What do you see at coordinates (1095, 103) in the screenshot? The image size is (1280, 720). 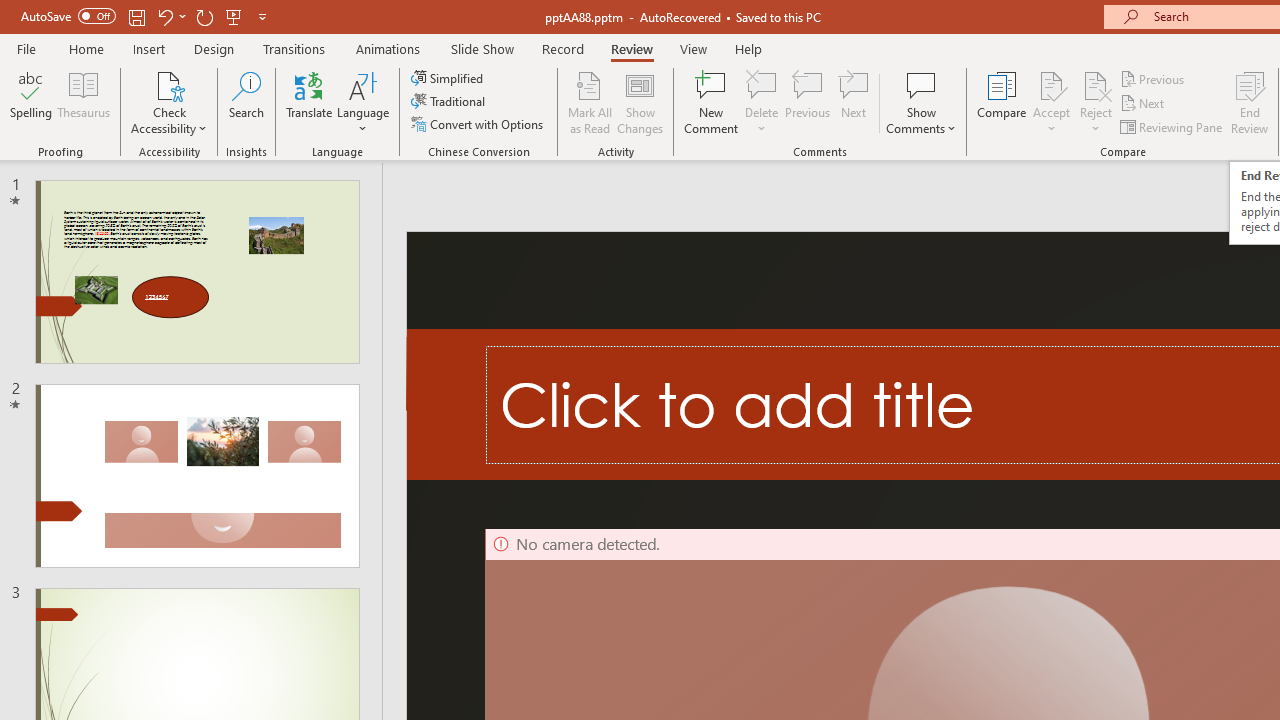 I see `'Reject'` at bounding box center [1095, 103].